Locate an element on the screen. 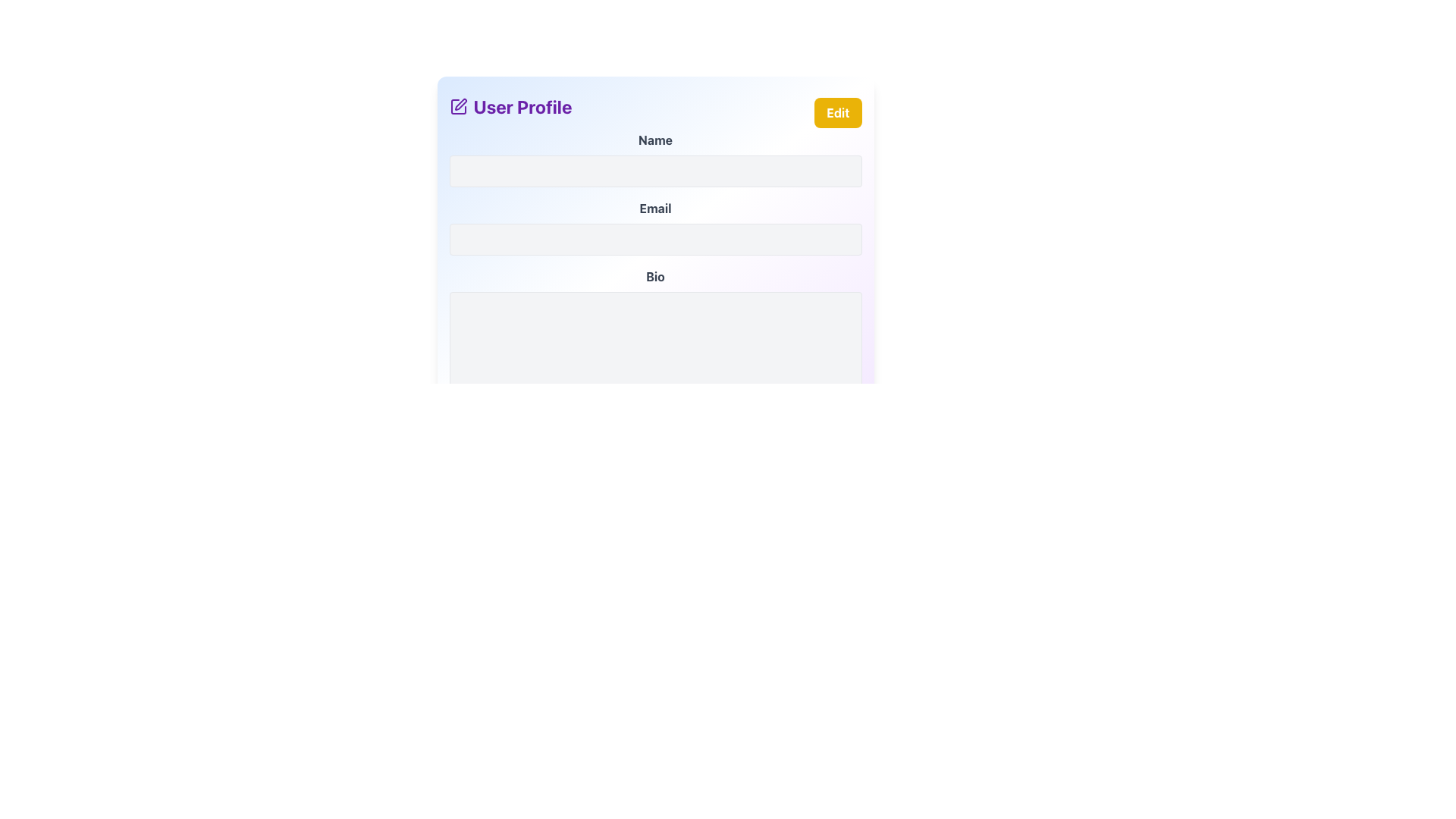 This screenshot has height=819, width=1456. the bold label with the text 'Name' that is styled in gray and positioned above the text input box in the user profile form is located at coordinates (655, 140).